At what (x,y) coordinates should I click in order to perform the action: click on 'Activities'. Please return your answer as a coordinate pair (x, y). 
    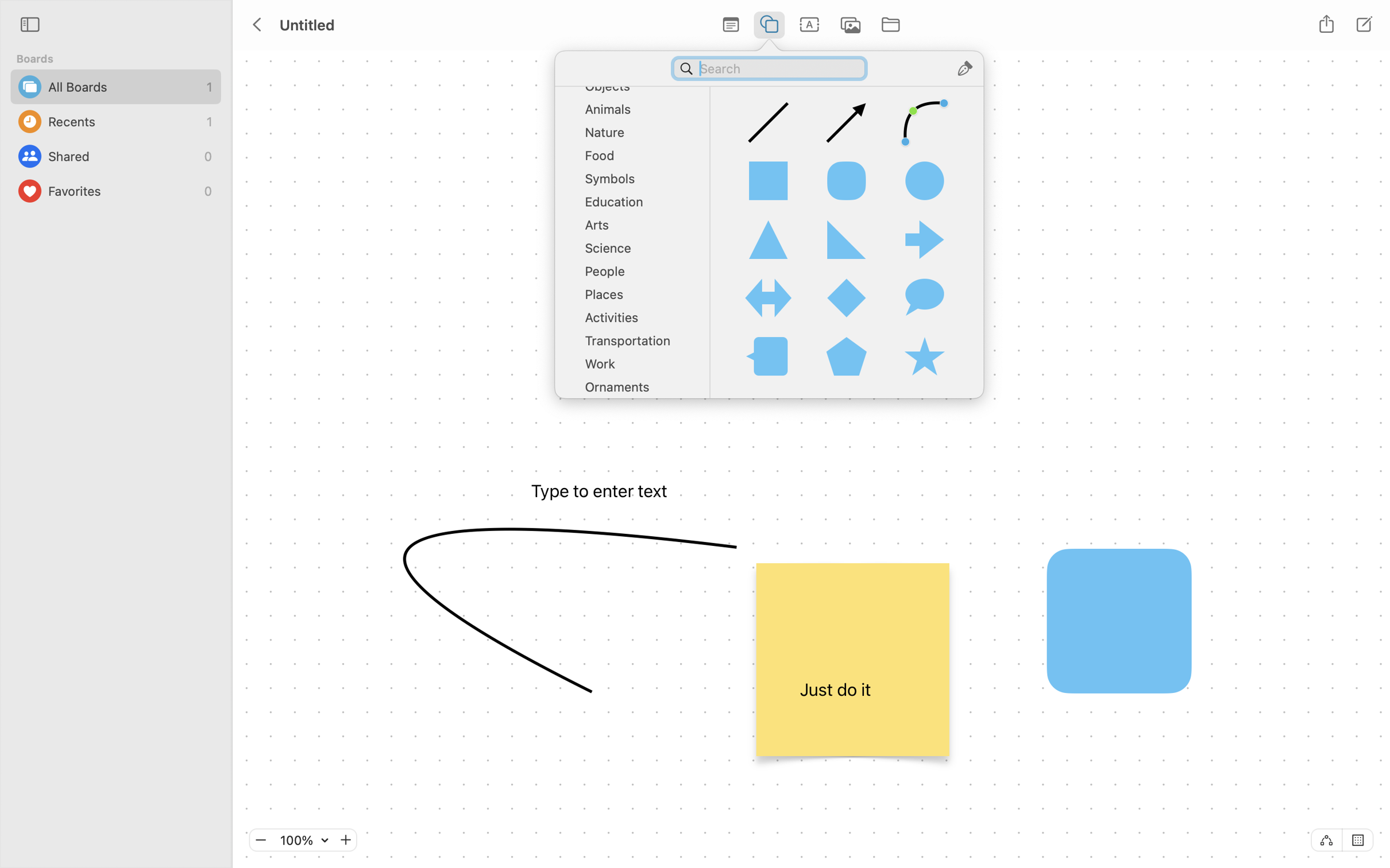
    Looking at the image, I should click on (636, 321).